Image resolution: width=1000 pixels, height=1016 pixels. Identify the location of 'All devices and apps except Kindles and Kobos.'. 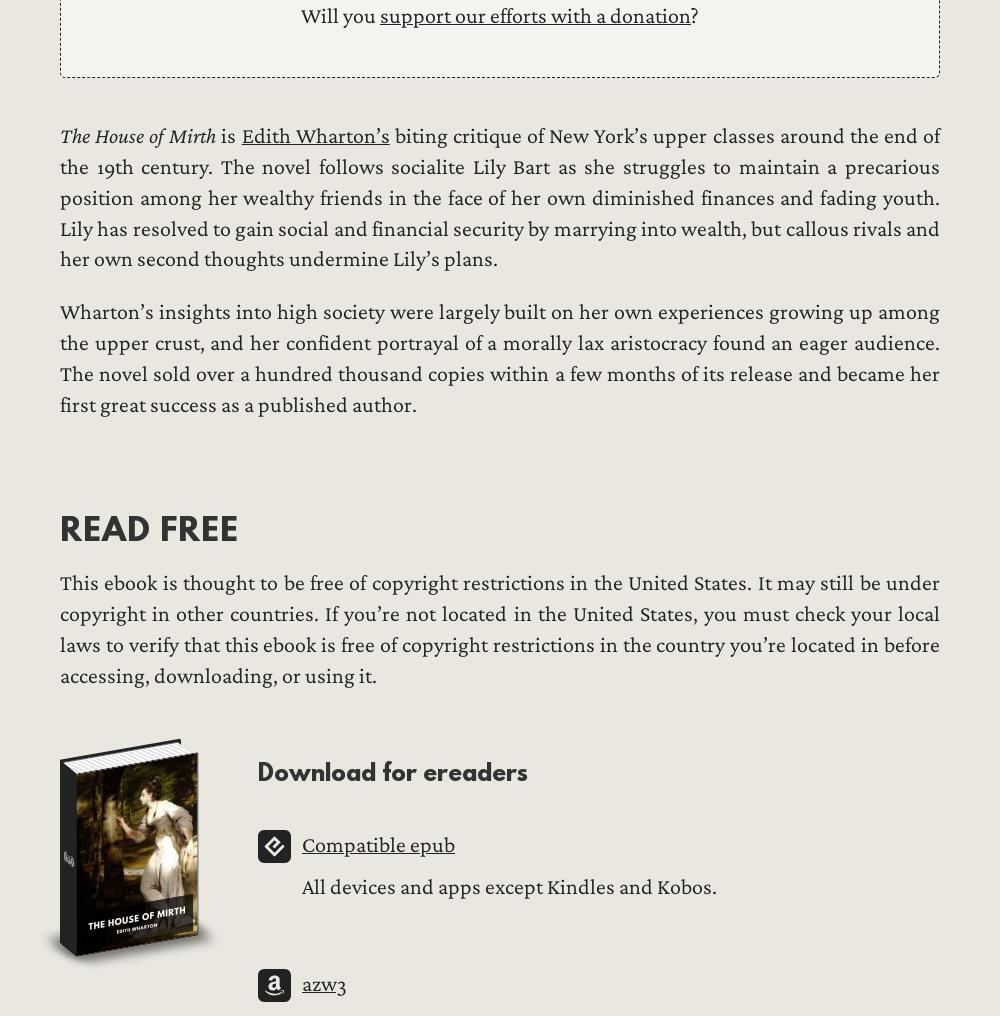
(509, 886).